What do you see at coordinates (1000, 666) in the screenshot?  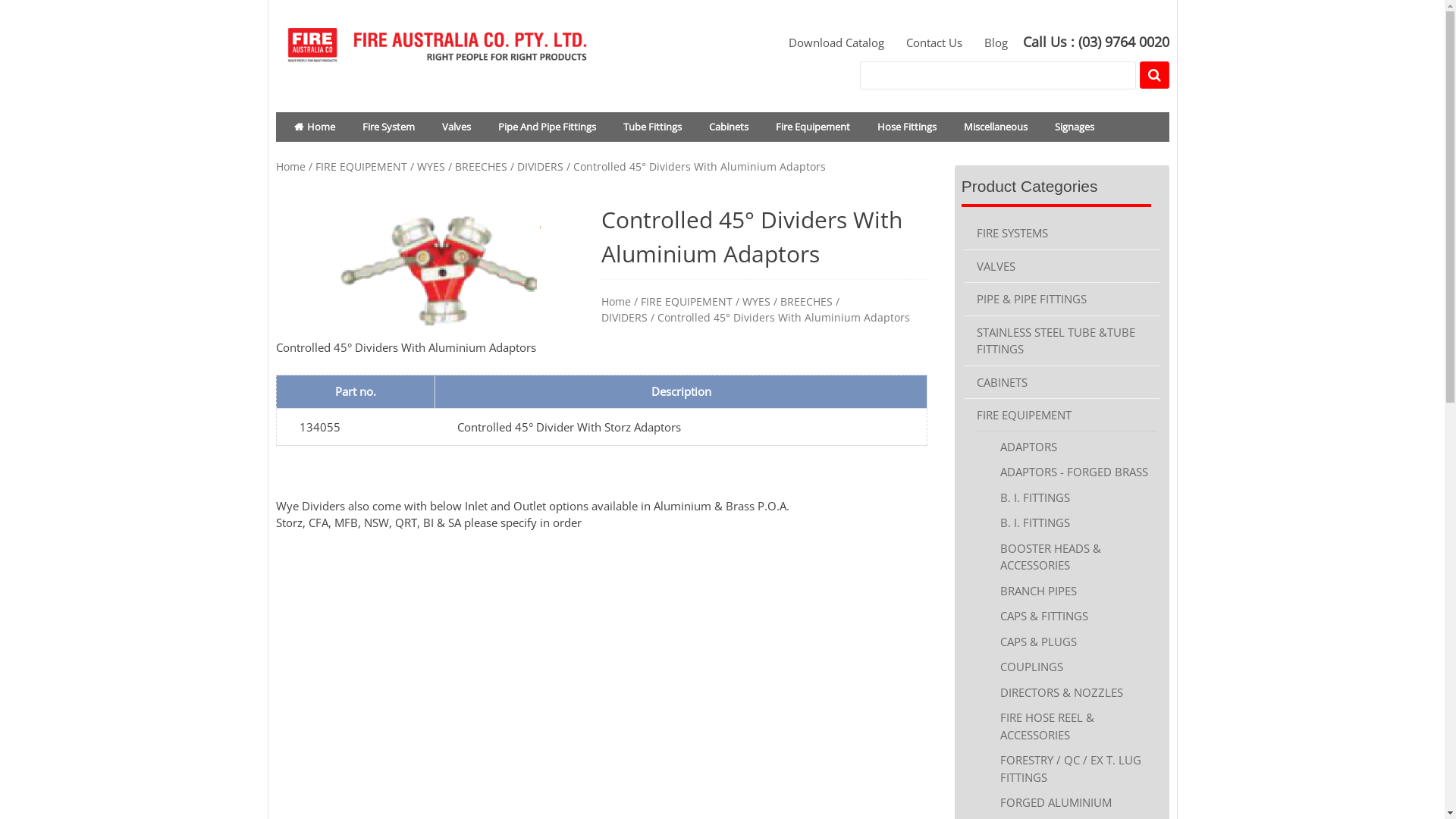 I see `'COUPLINGS'` at bounding box center [1000, 666].